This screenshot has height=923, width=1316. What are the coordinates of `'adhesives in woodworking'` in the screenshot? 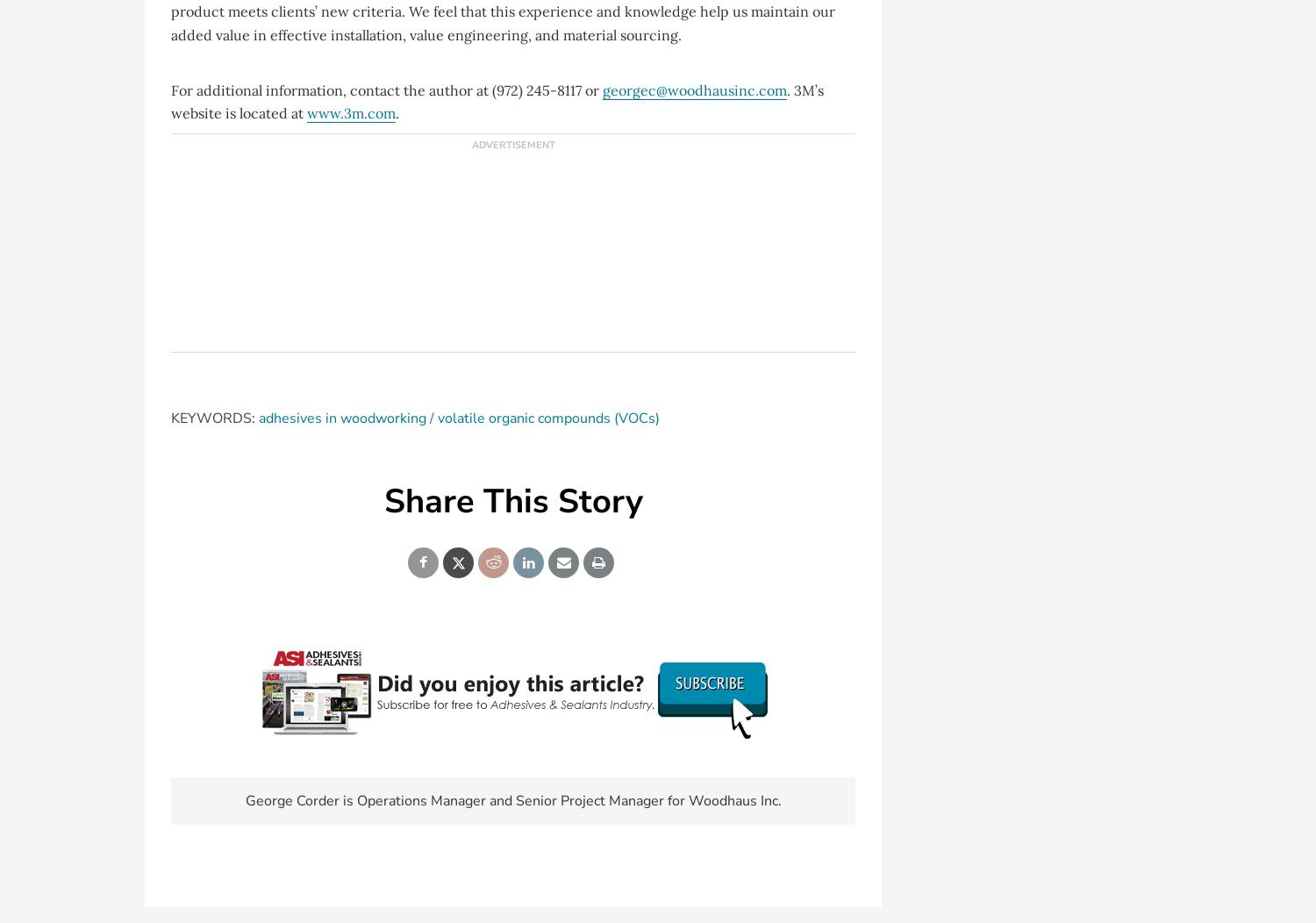 It's located at (342, 418).